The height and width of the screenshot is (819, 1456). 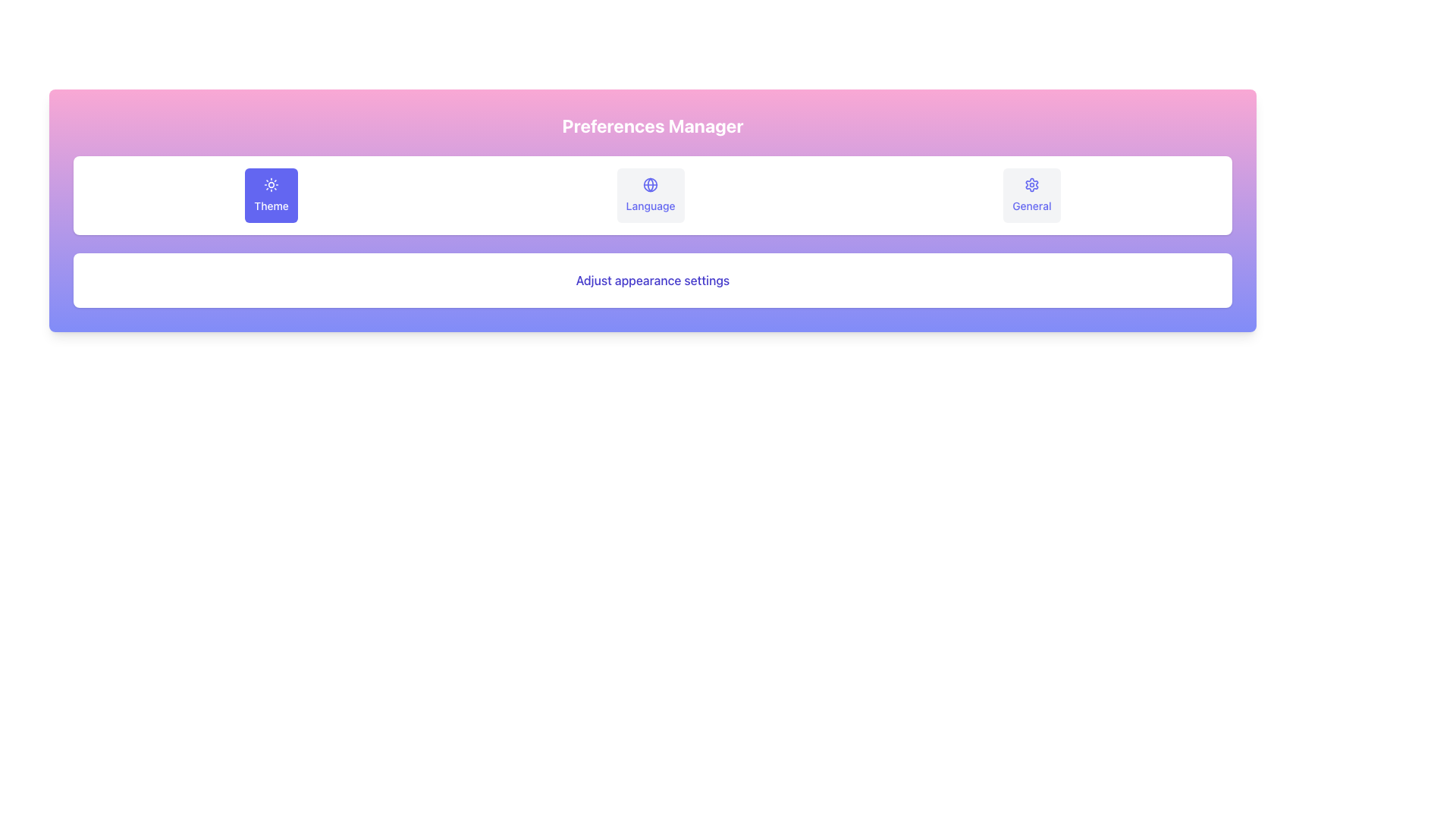 I want to click on the central icon of the 'Language' button, located in the middle column of the three buttons under the 'Preferences Manager' header, so click(x=651, y=184).